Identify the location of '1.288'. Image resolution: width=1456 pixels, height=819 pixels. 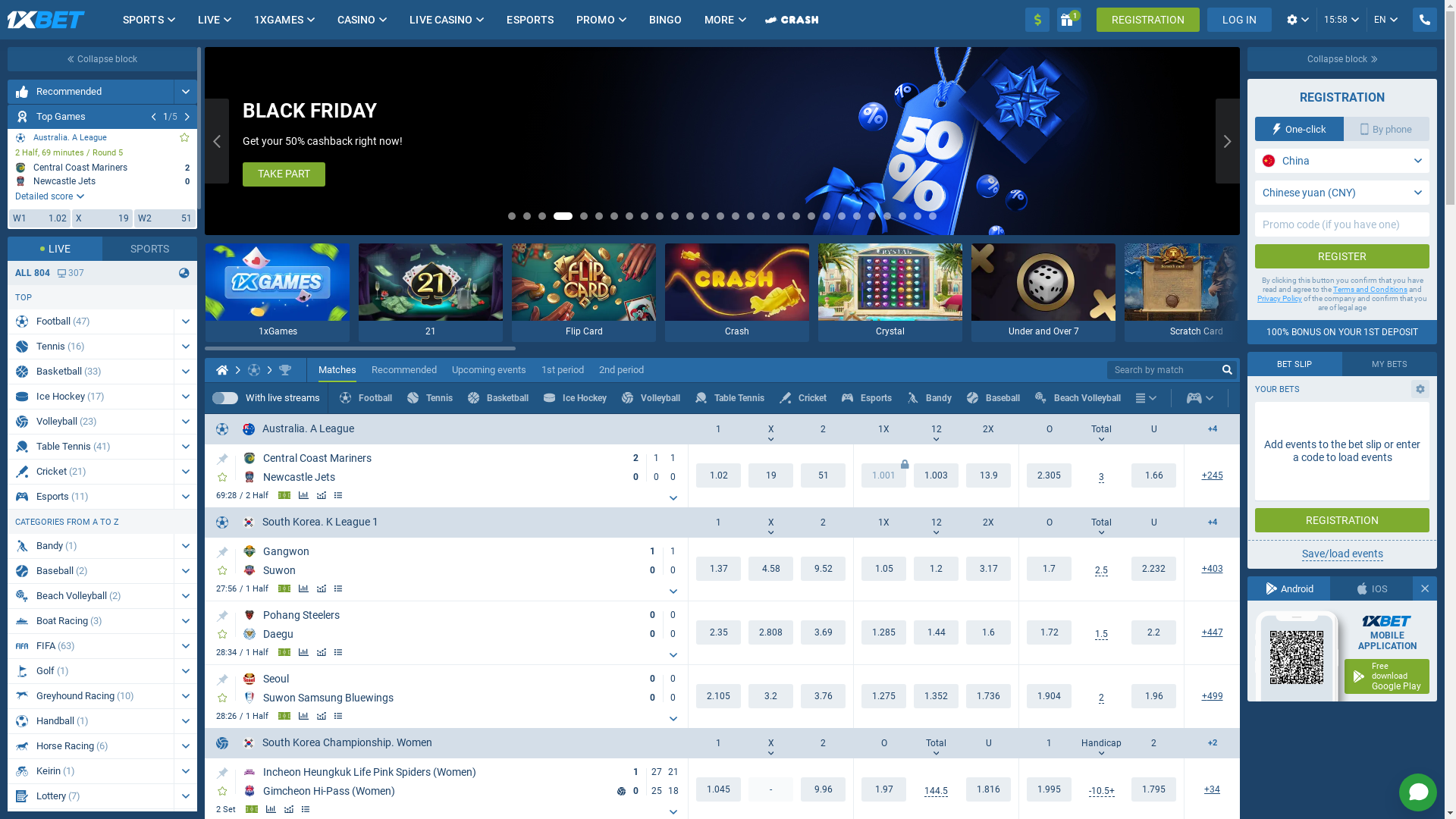
(883, 632).